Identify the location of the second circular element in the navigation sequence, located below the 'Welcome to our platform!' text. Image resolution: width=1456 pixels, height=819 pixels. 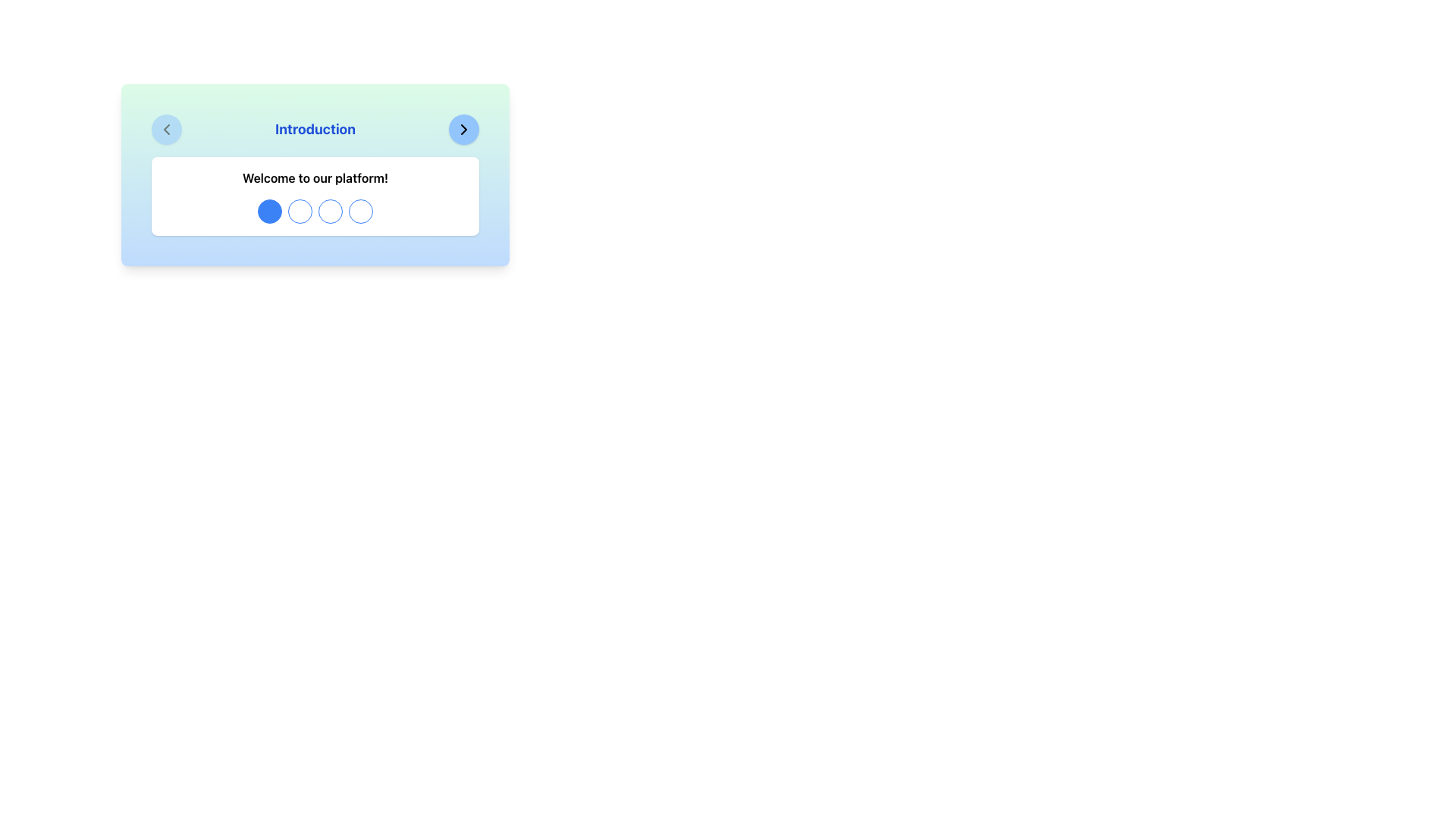
(300, 211).